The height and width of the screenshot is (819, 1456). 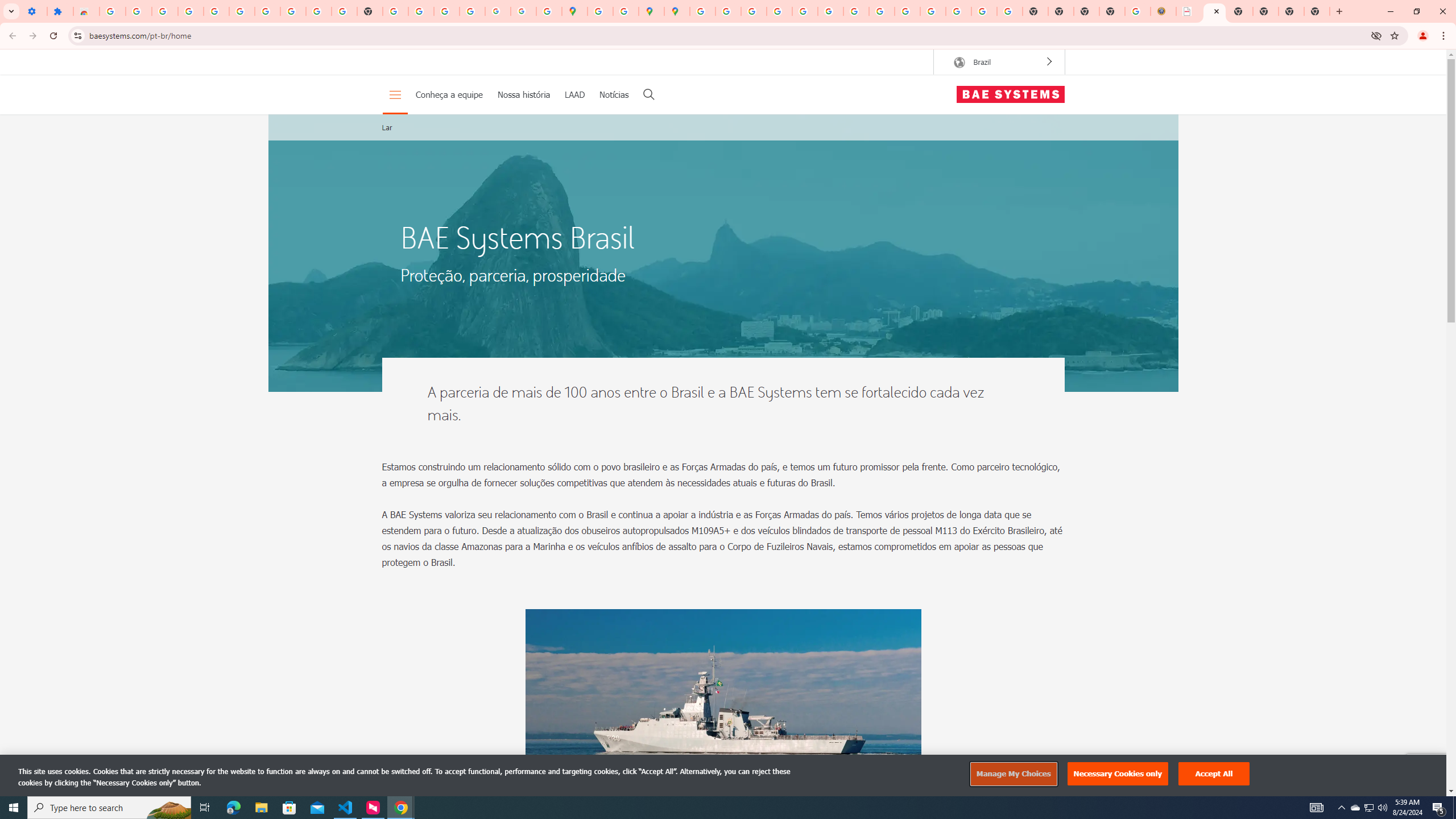 I want to click on 'Necessary Cookies only', so click(x=1118, y=773).